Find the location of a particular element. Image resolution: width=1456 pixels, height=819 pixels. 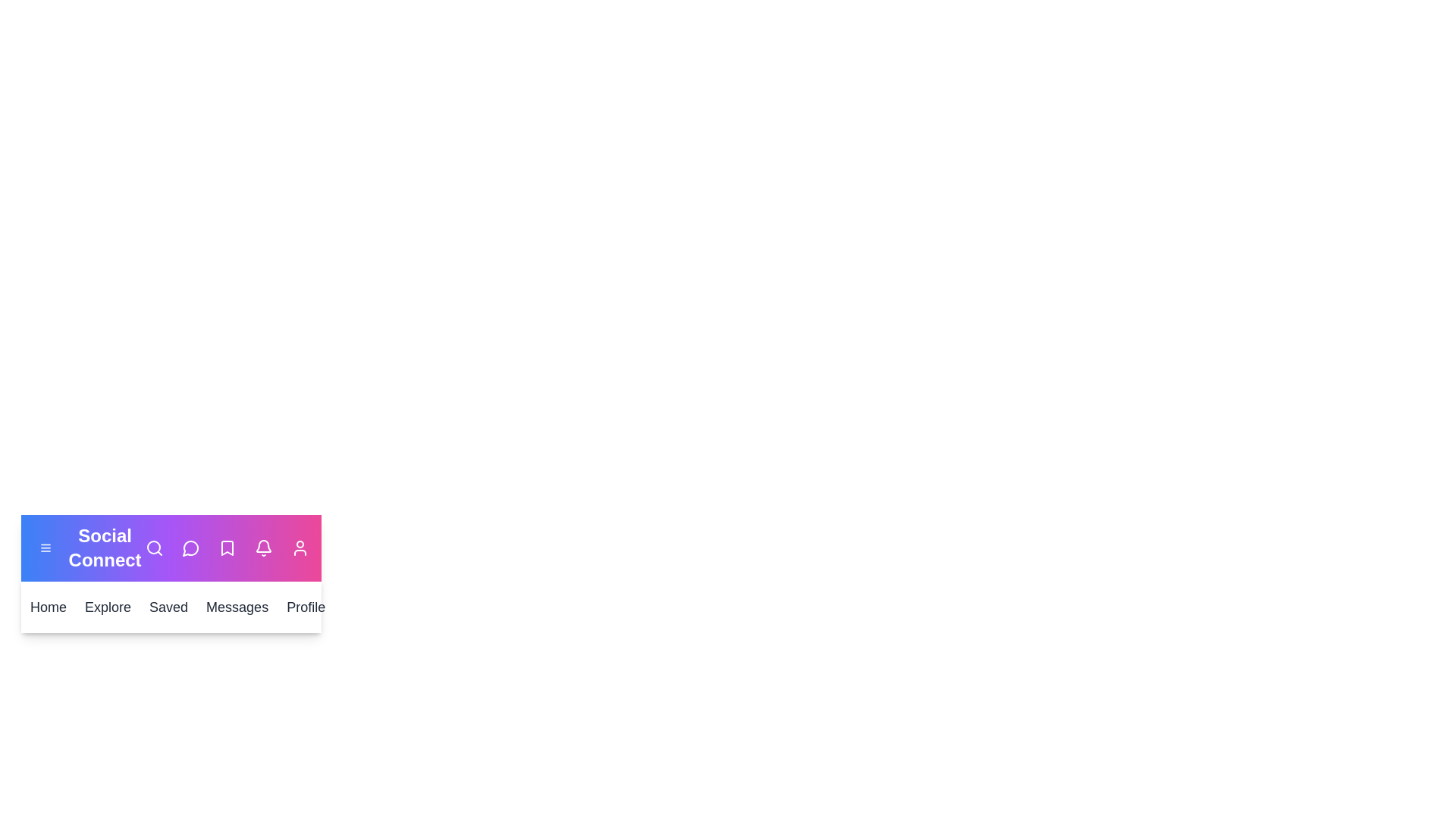

the menu icon to toggle the menu visibility is located at coordinates (45, 548).